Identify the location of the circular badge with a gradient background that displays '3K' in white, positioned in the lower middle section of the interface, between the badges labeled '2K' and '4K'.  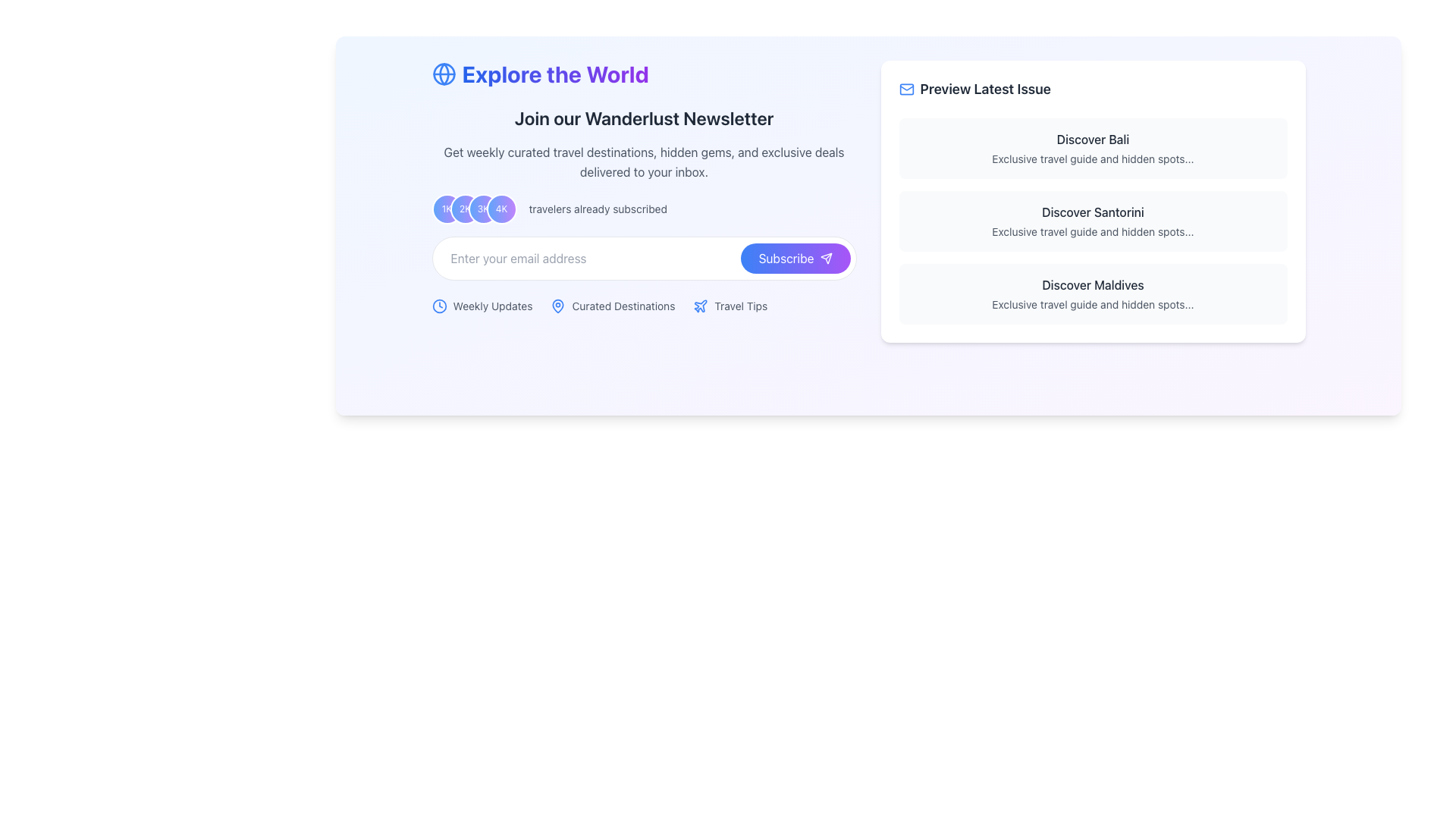
(482, 209).